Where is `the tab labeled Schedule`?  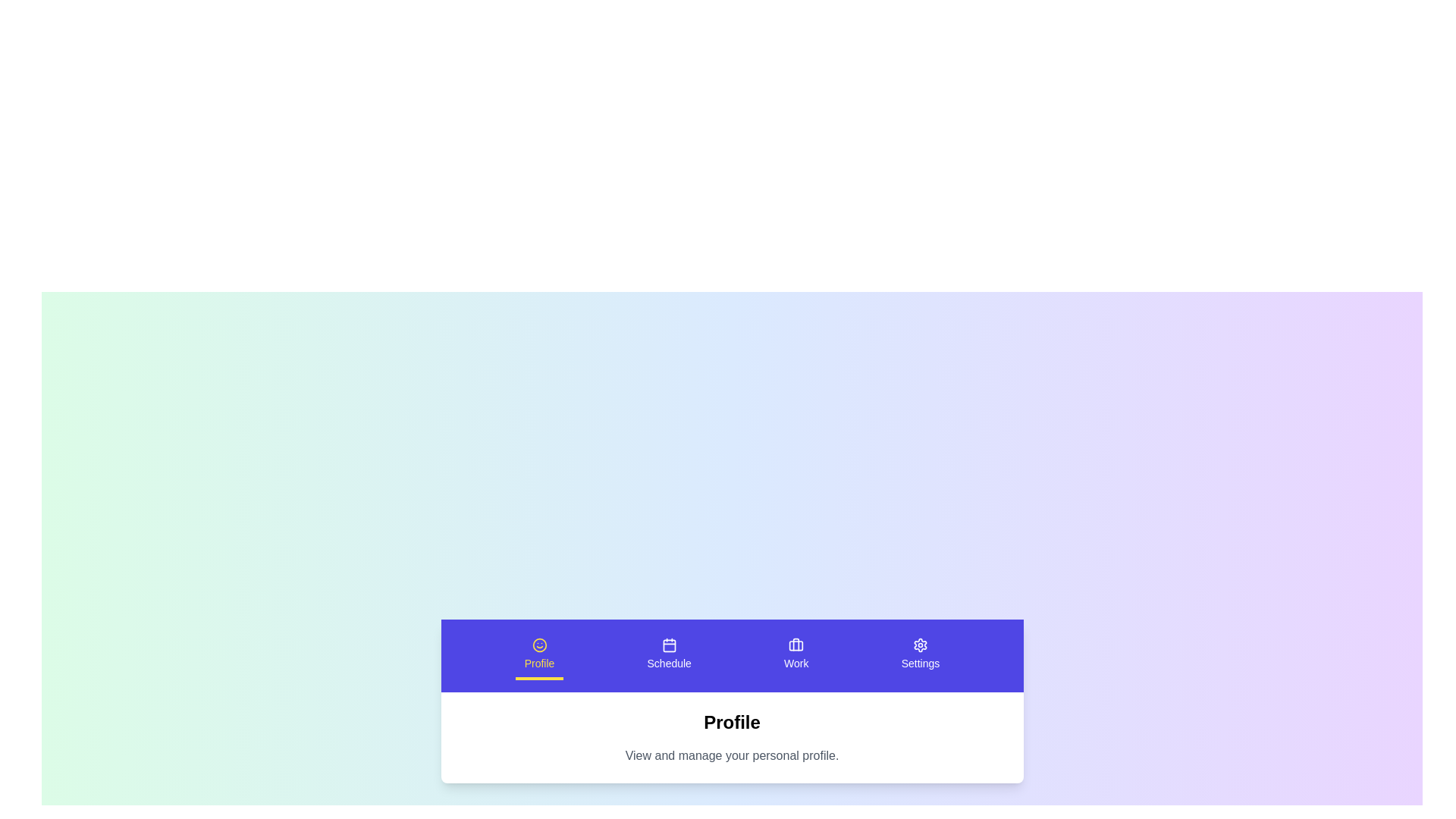 the tab labeled Schedule is located at coordinates (668, 654).